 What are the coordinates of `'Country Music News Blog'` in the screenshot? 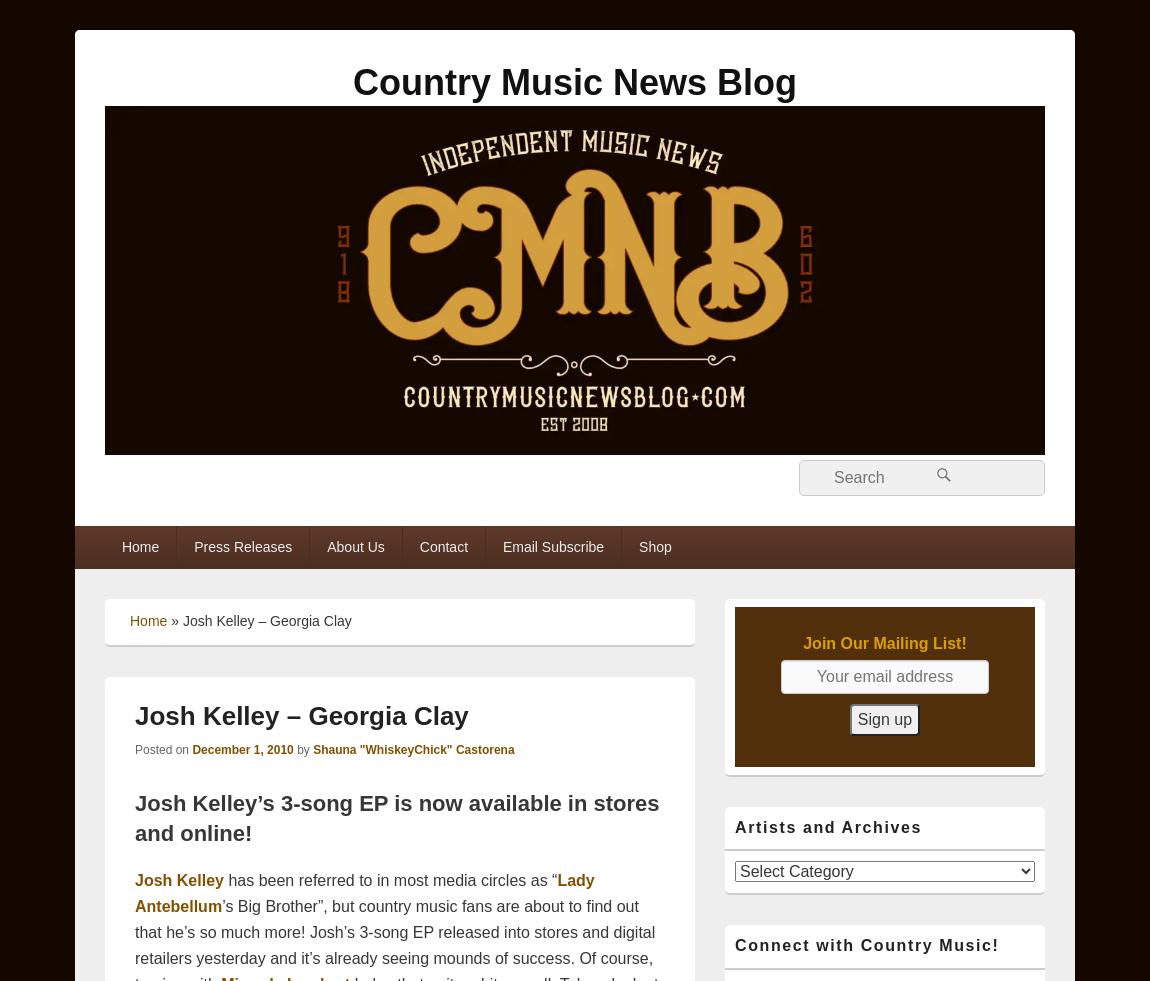 It's located at (574, 81).